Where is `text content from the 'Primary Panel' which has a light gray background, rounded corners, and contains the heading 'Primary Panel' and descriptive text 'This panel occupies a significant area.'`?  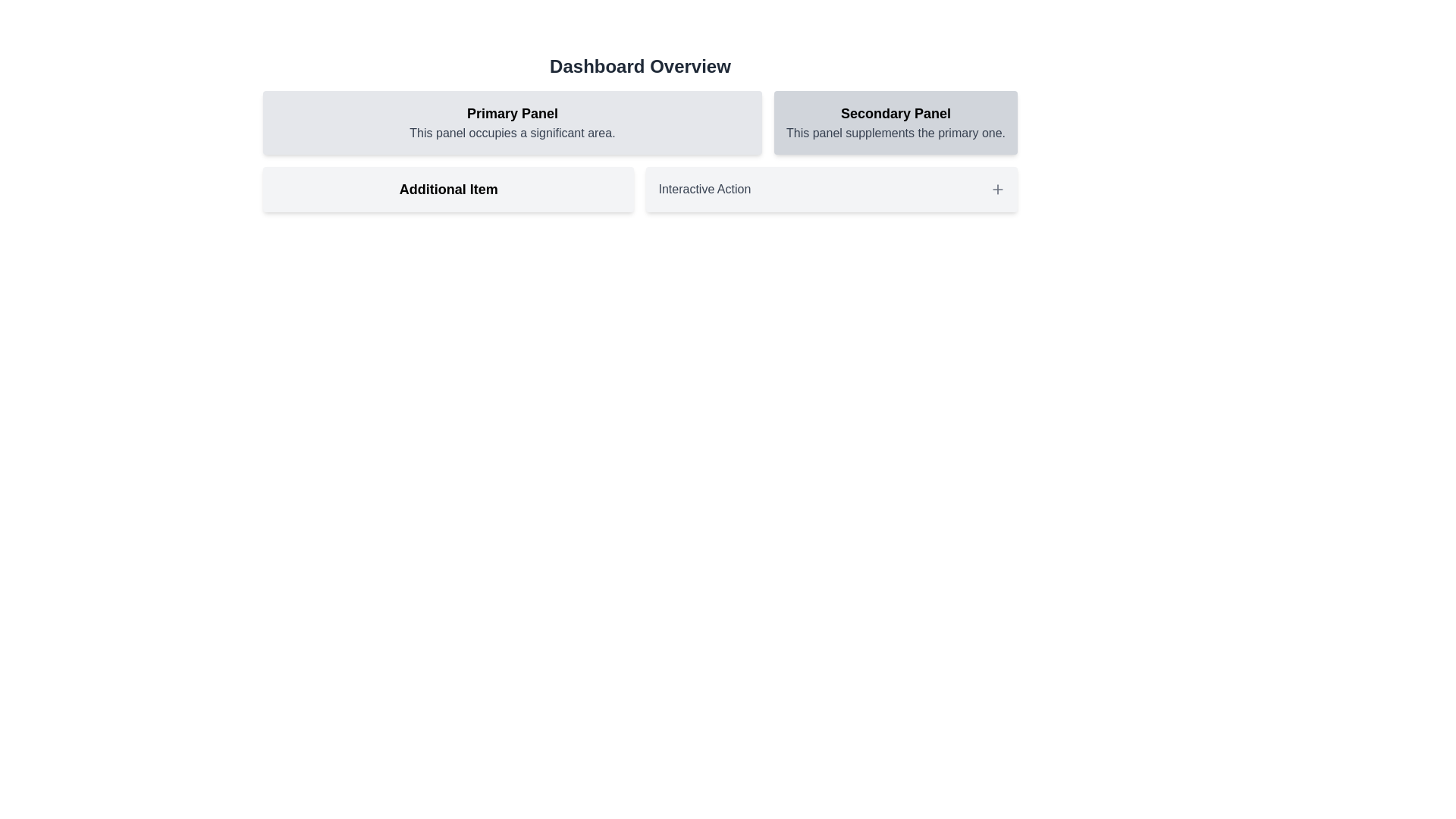
text content from the 'Primary Panel' which has a light gray background, rounded corners, and contains the heading 'Primary Panel' and descriptive text 'This panel occupies a significant area.' is located at coordinates (513, 122).